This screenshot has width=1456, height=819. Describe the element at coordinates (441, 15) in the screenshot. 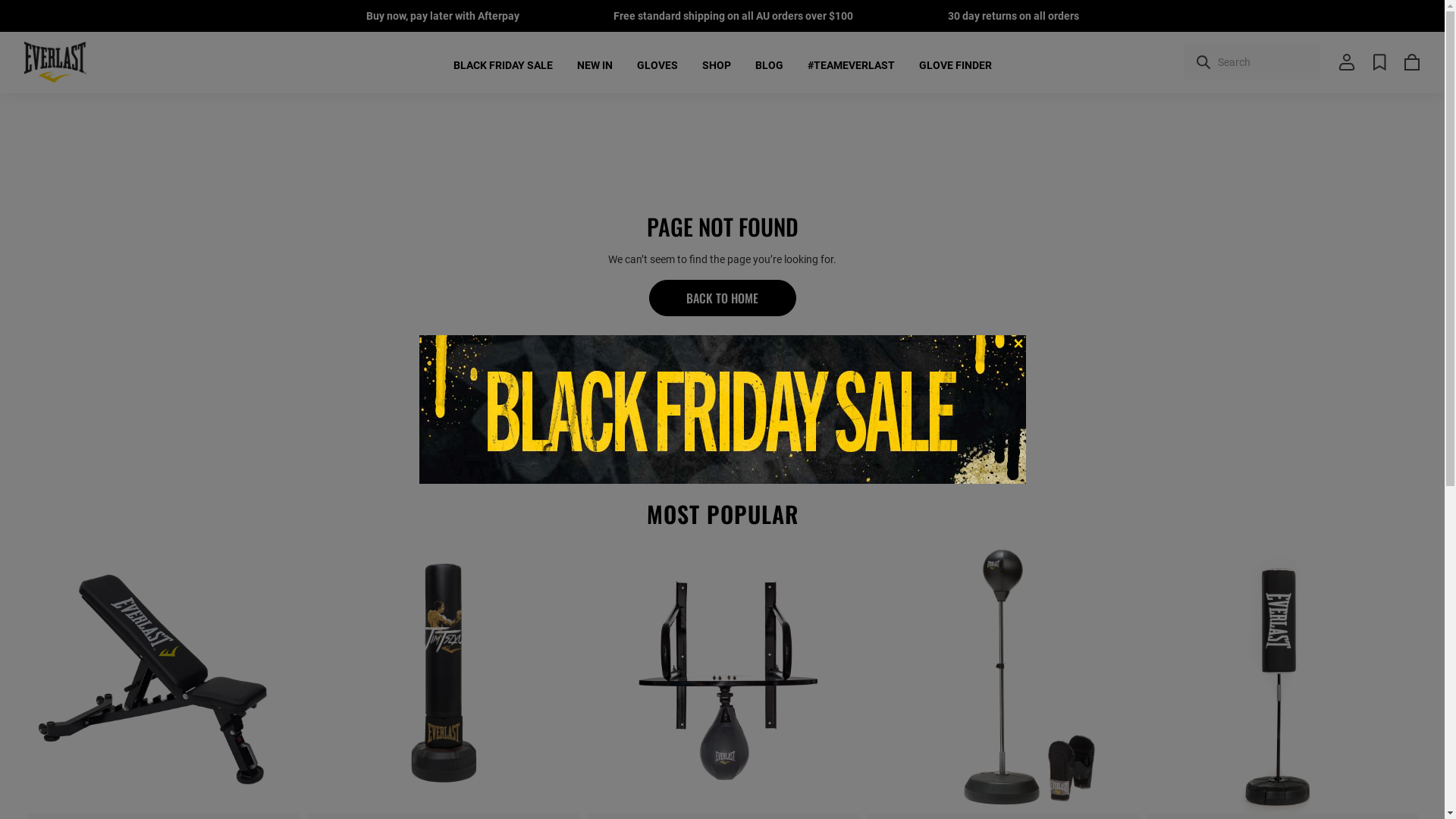

I see `'Buy now, pay later with Afterpay'` at that location.